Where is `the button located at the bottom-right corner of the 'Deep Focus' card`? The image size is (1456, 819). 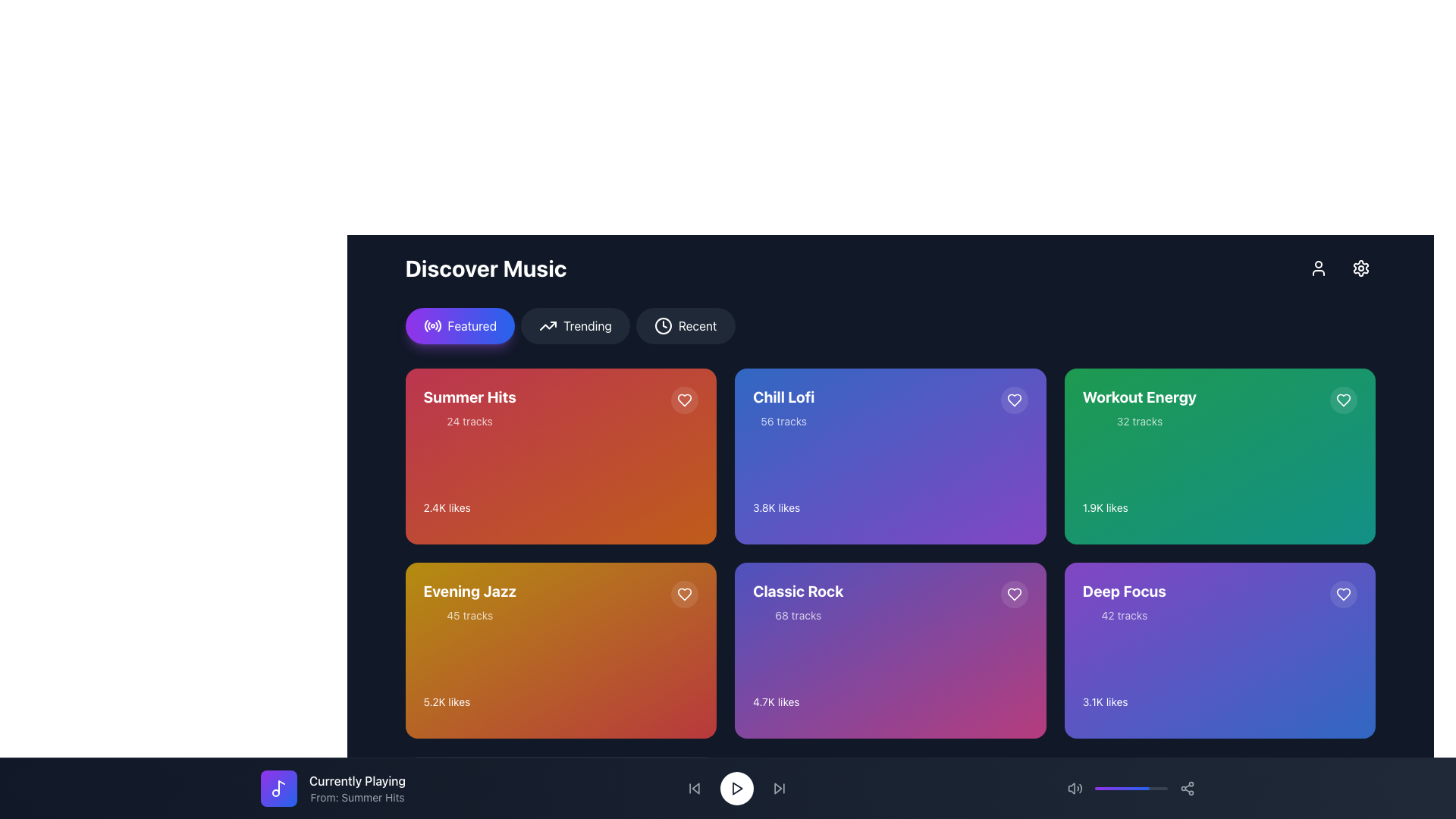
the button located at the bottom-right corner of the 'Deep Focus' card is located at coordinates (1339, 725).